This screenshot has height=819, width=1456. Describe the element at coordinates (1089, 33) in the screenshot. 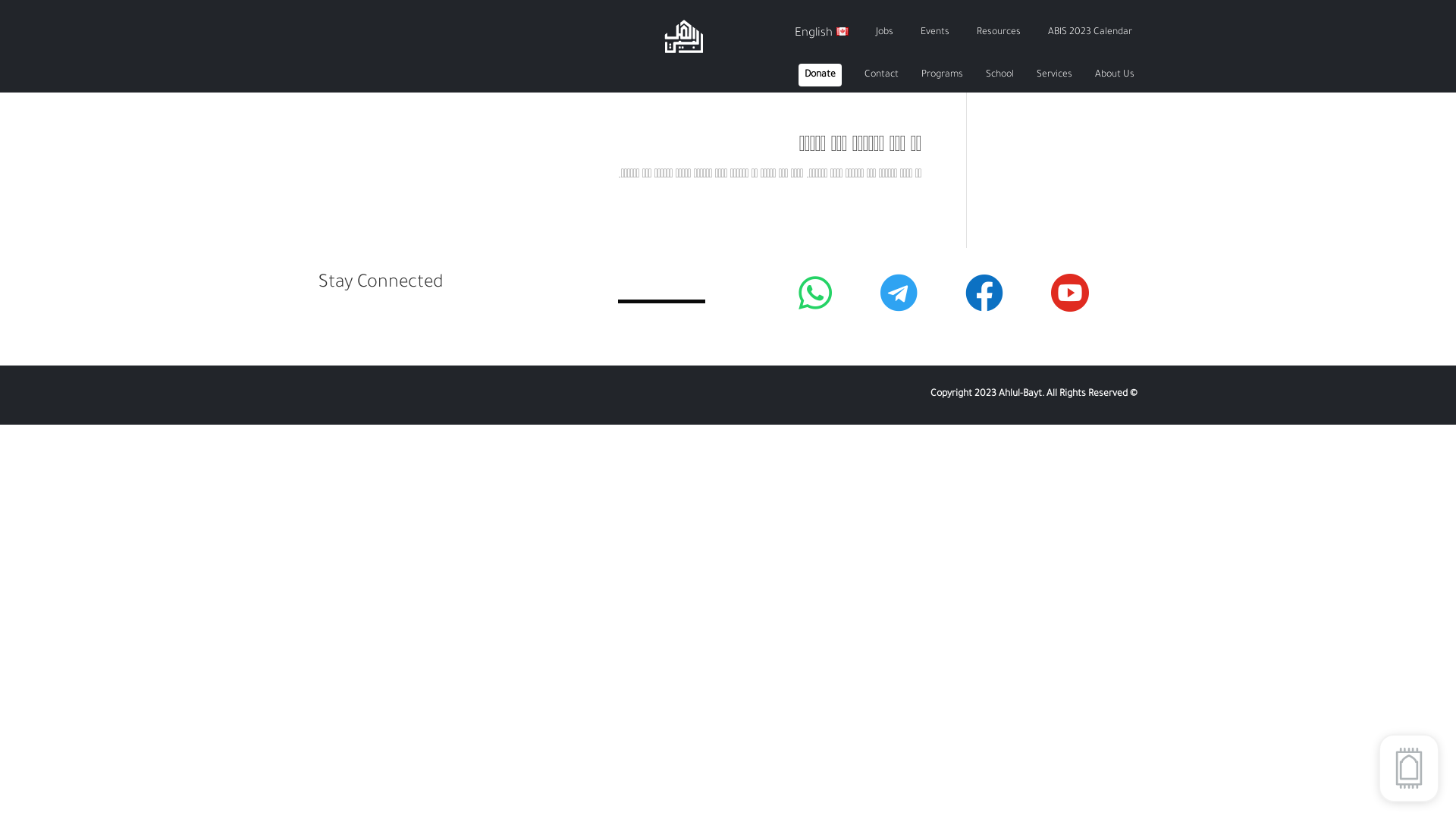

I see `'ABIS 2023 Calendar'` at that location.